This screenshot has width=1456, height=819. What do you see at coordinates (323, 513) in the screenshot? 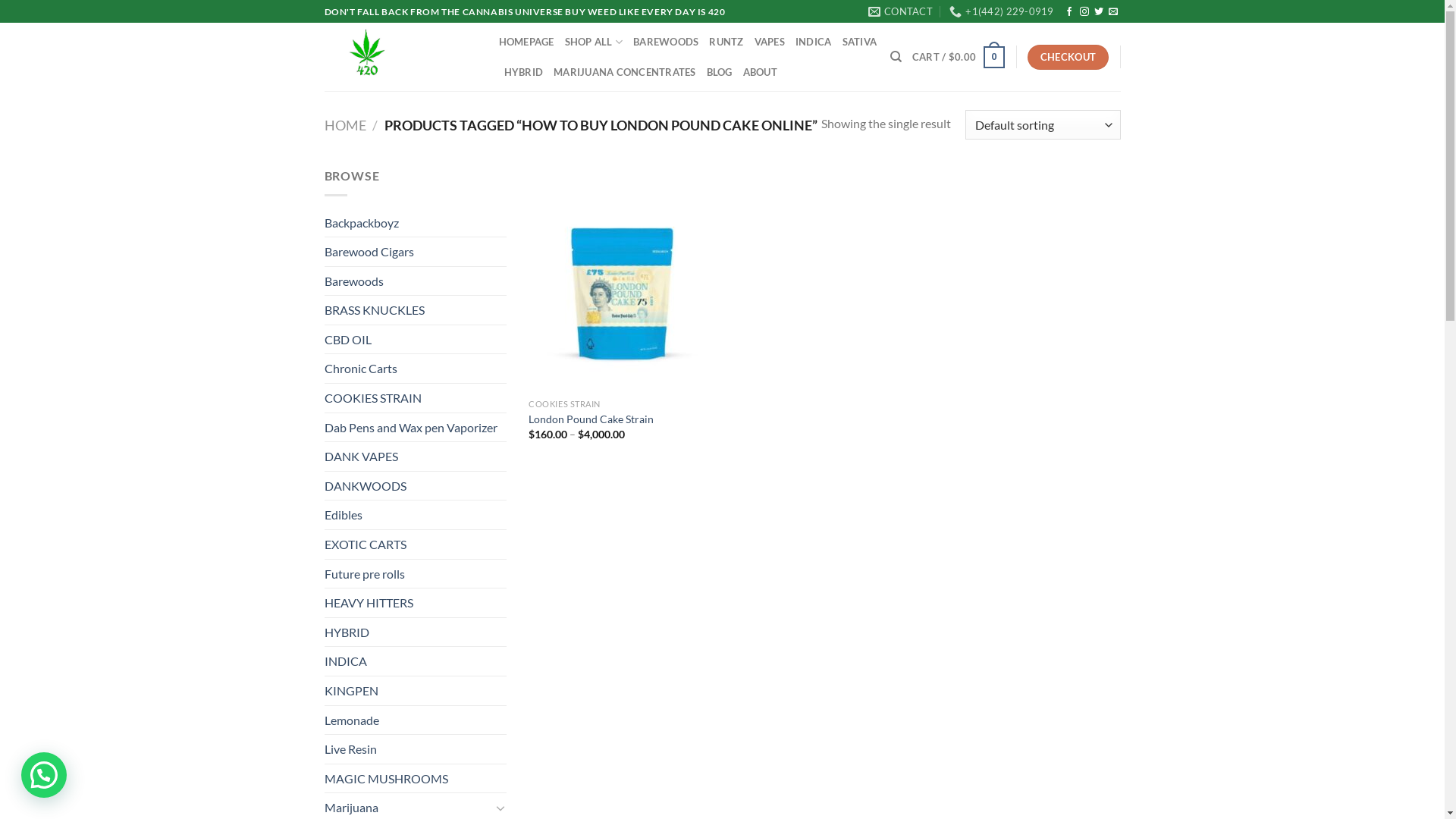
I see `'Edibles'` at bounding box center [323, 513].